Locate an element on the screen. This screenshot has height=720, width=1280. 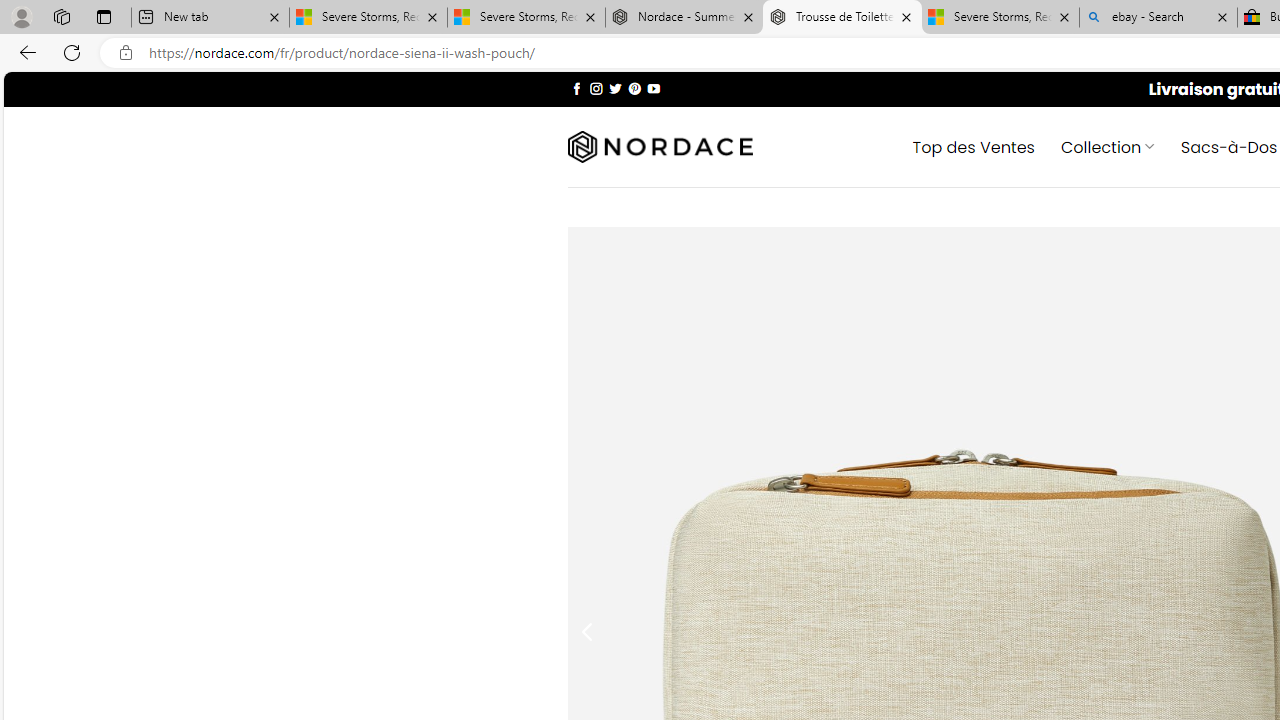
' Top des Ventes' is located at coordinates (973, 145).